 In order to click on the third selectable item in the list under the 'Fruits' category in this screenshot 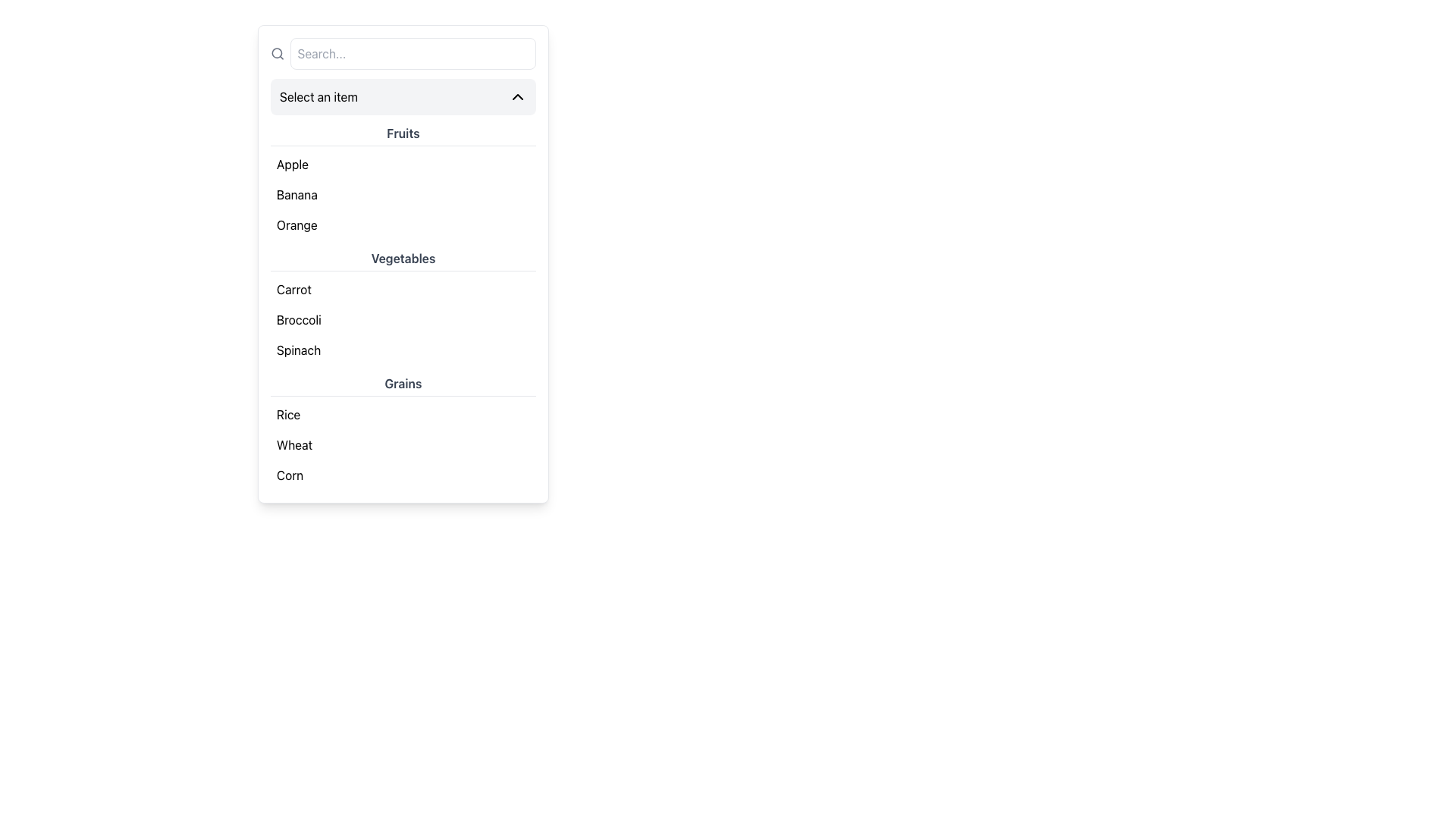, I will do `click(403, 225)`.